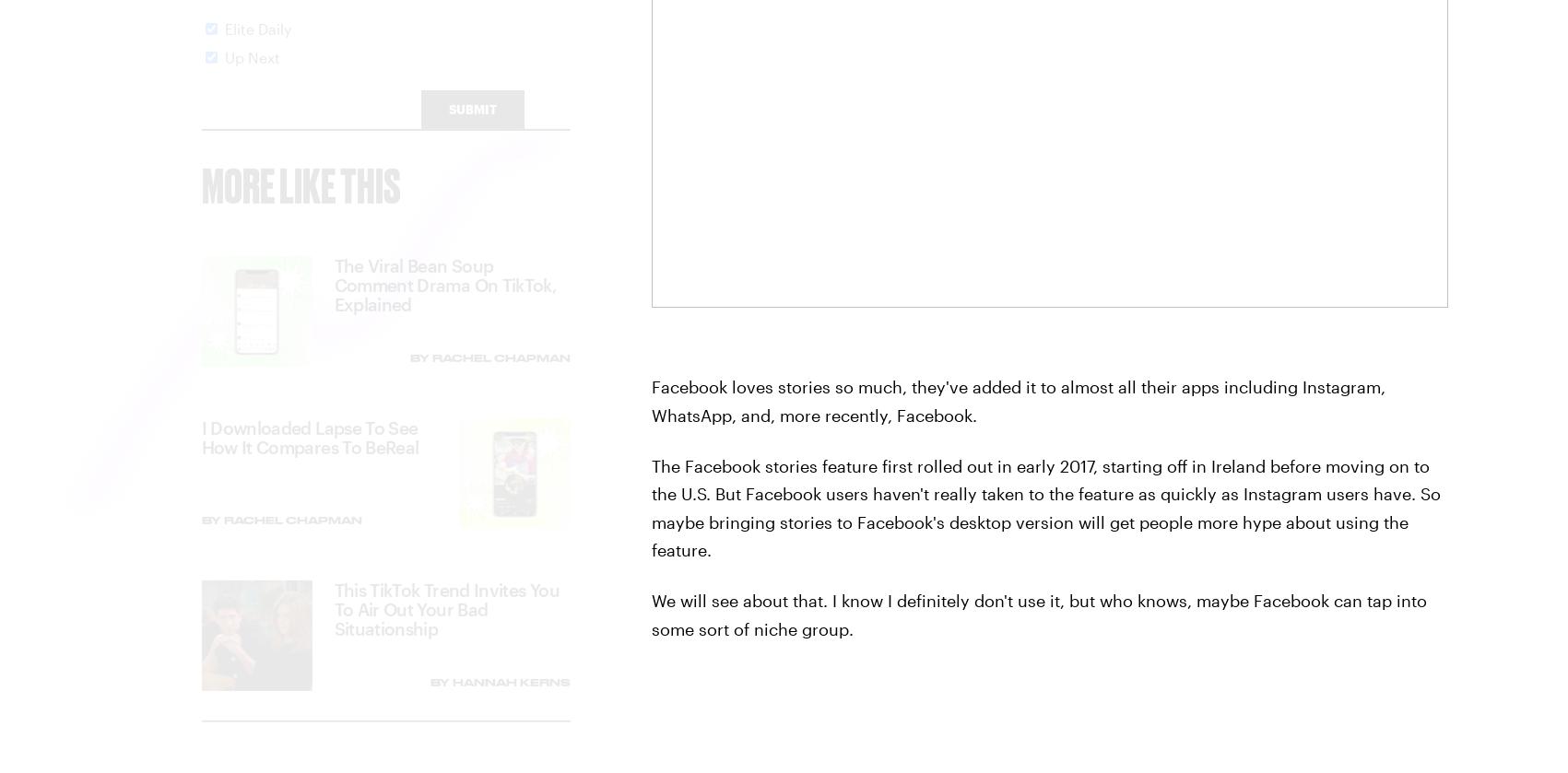 Image resolution: width=1568 pixels, height=773 pixels. Describe the element at coordinates (224, 45) in the screenshot. I see `'Elite Daily'` at that location.